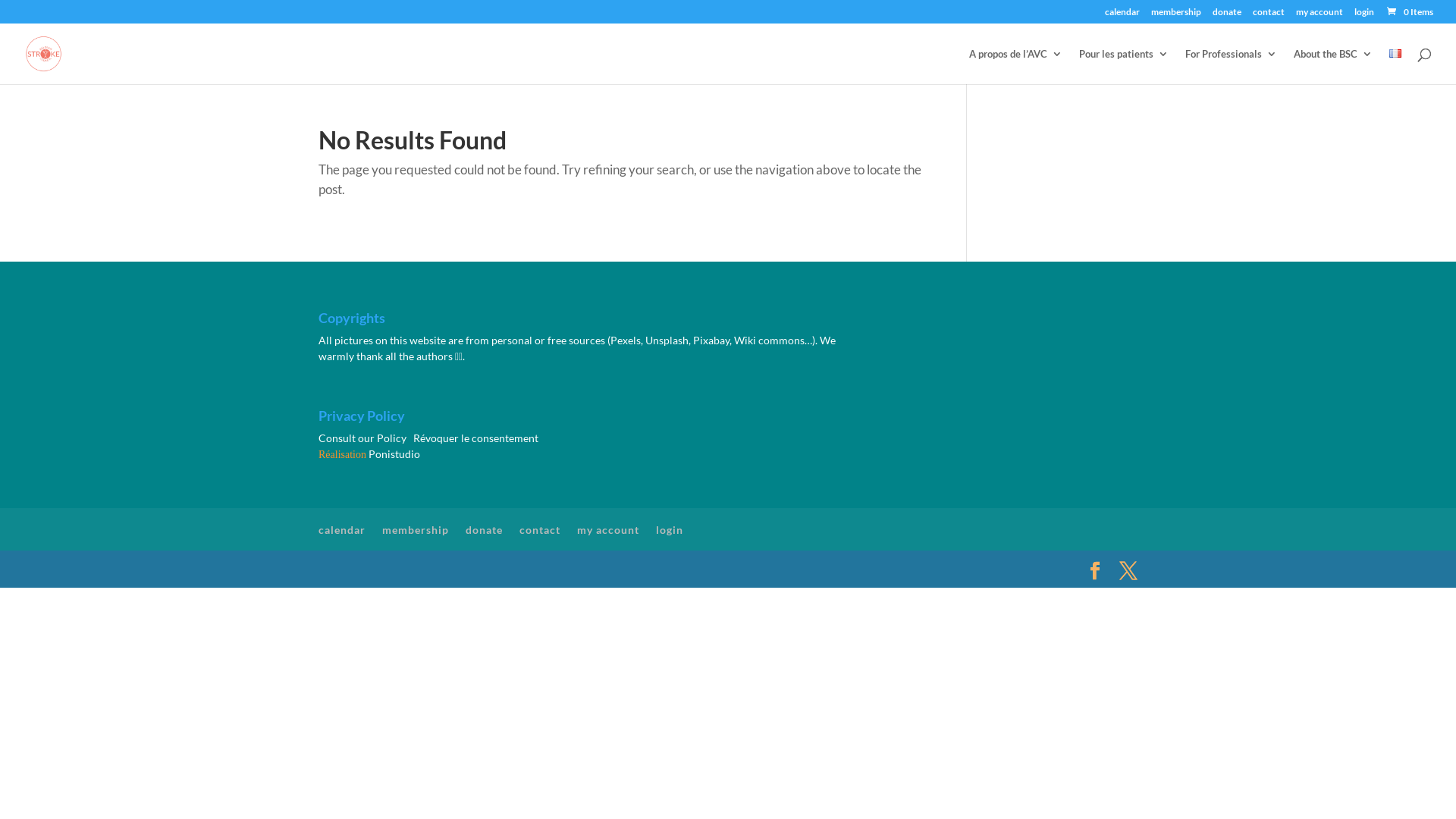  What do you see at coordinates (1231, 65) in the screenshot?
I see `'For Professionals'` at bounding box center [1231, 65].